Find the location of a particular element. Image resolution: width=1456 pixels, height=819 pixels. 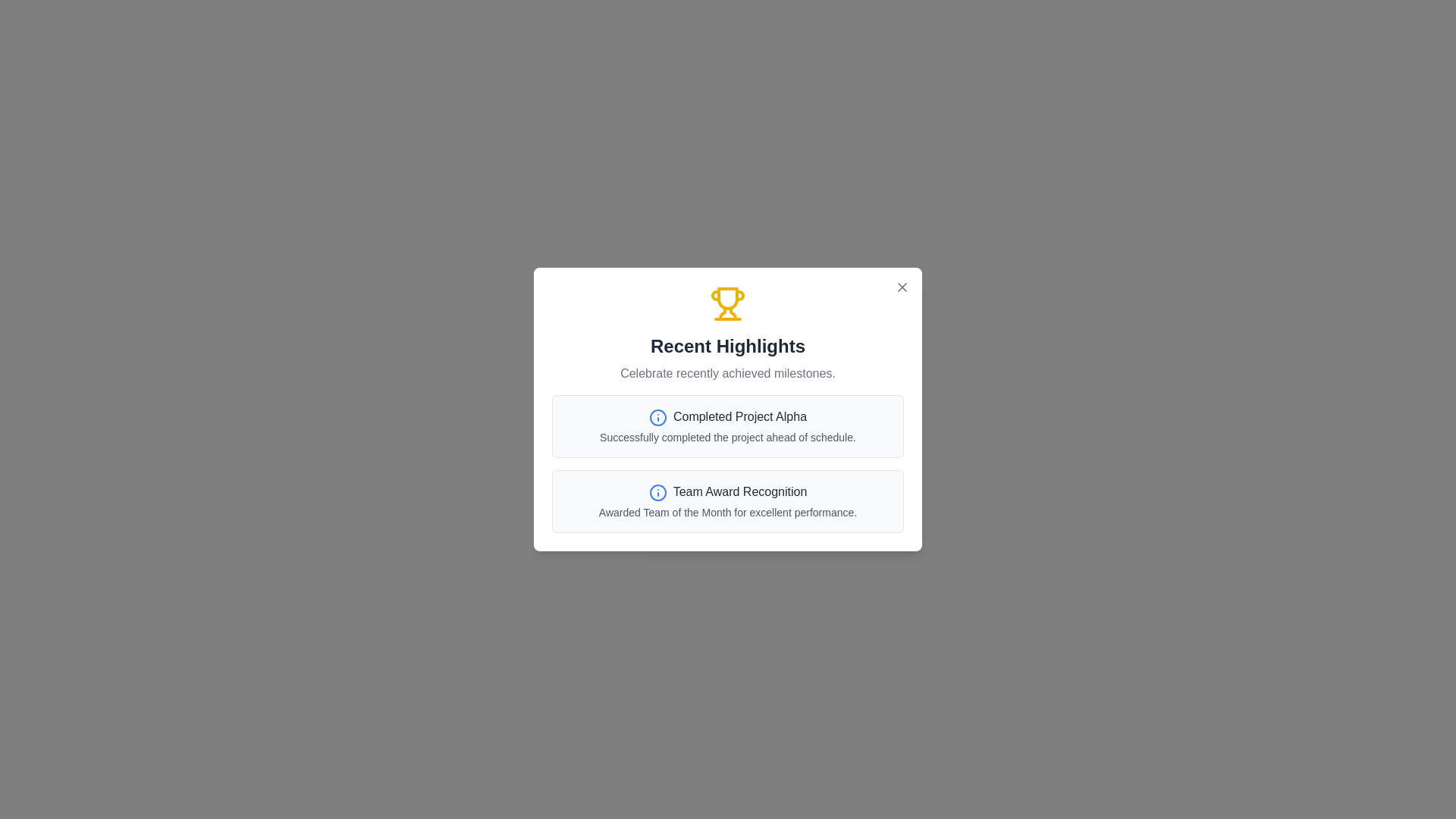

the circular icon with a blue outline and white fill, which has an exclamation mark design, located to the left of the text 'Team Award Recognition' is located at coordinates (657, 492).